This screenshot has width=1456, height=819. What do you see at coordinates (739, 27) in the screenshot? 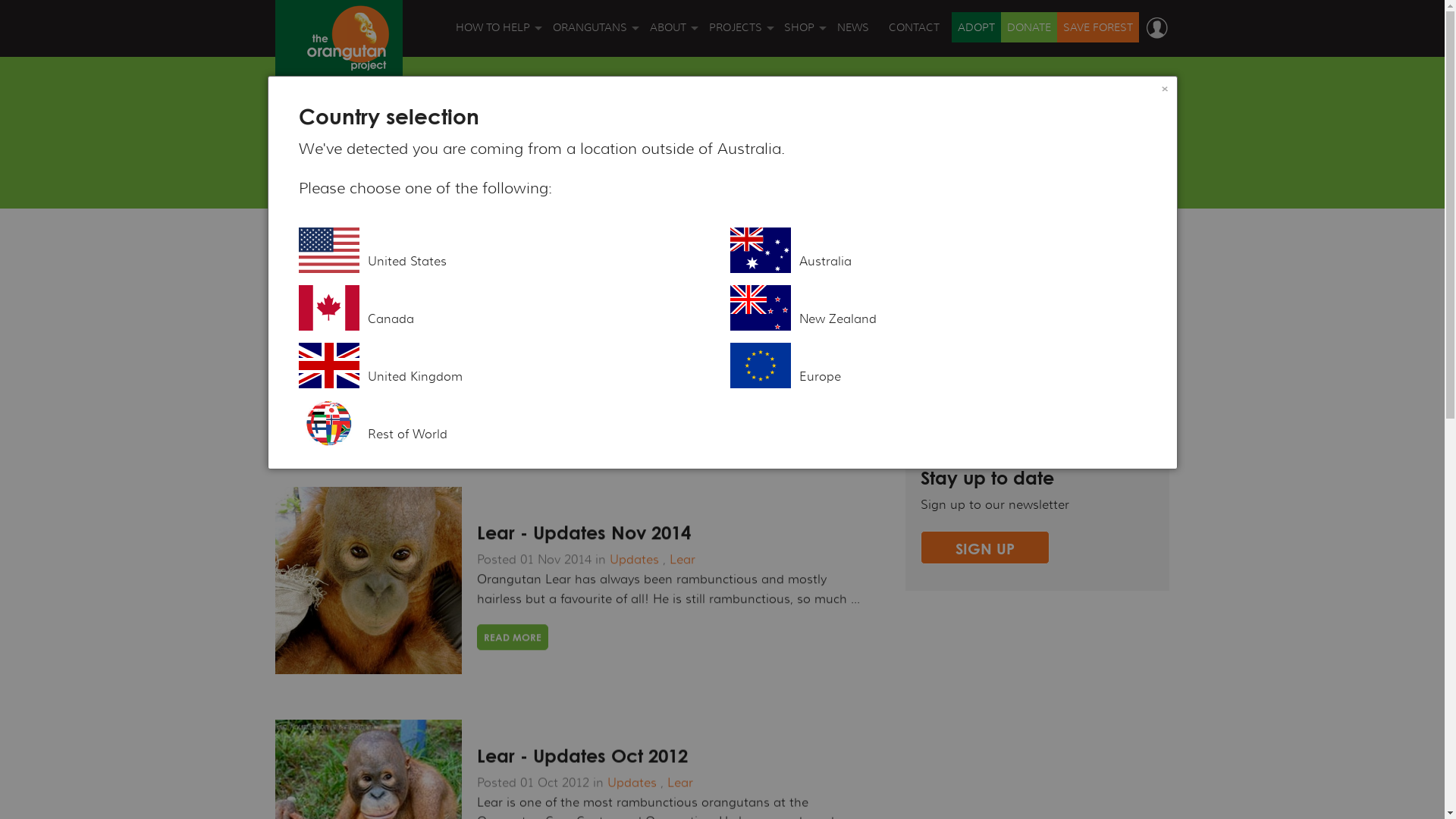
I see `'PROJECTS'` at bounding box center [739, 27].